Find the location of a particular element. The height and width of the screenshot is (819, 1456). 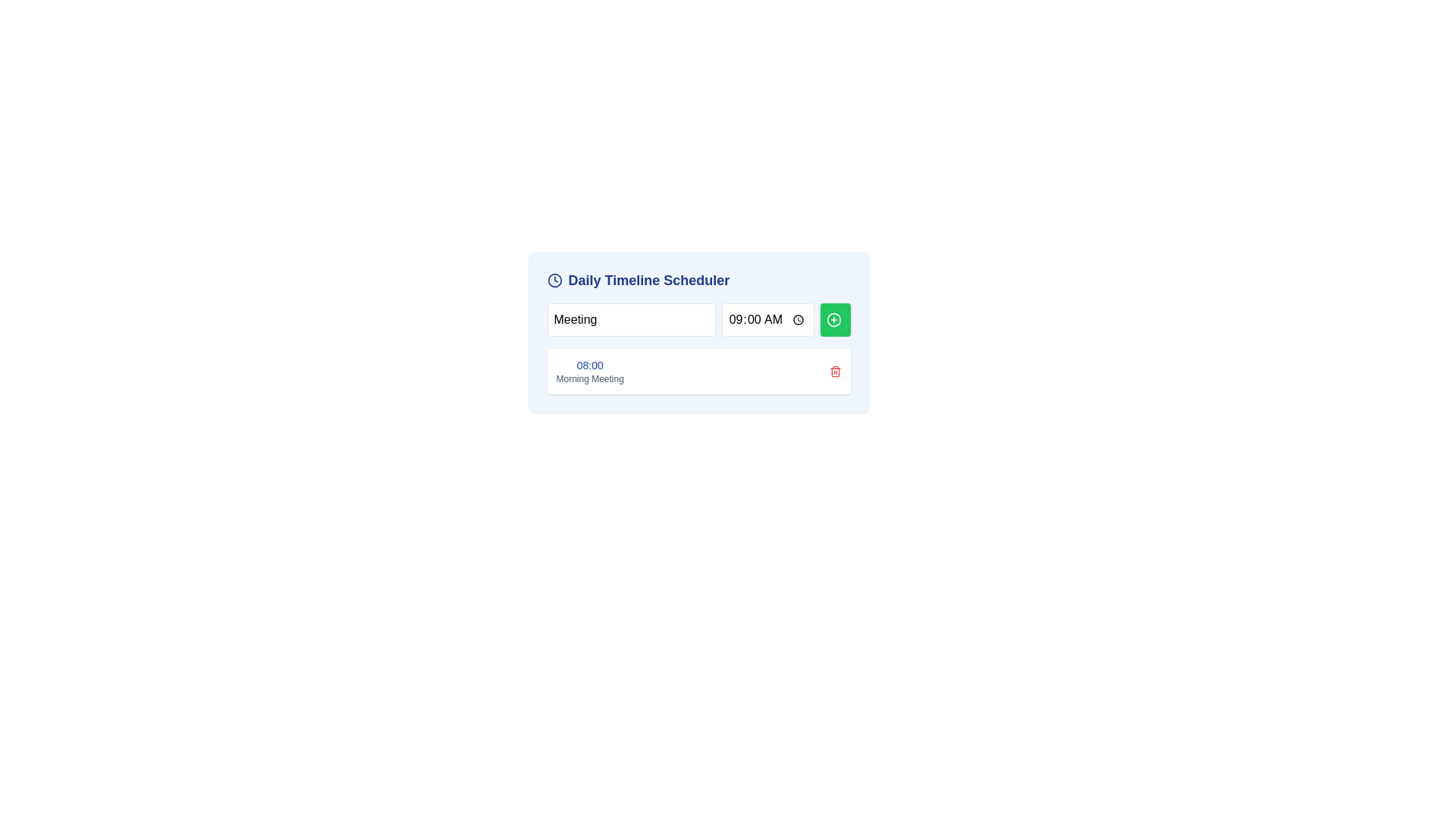

the Textual information display showing '08:00' and 'Morning Meeting', which is styled in a bold blue font and smaller gray font respectively, located within a white card in the schedule panel is located at coordinates (589, 371).